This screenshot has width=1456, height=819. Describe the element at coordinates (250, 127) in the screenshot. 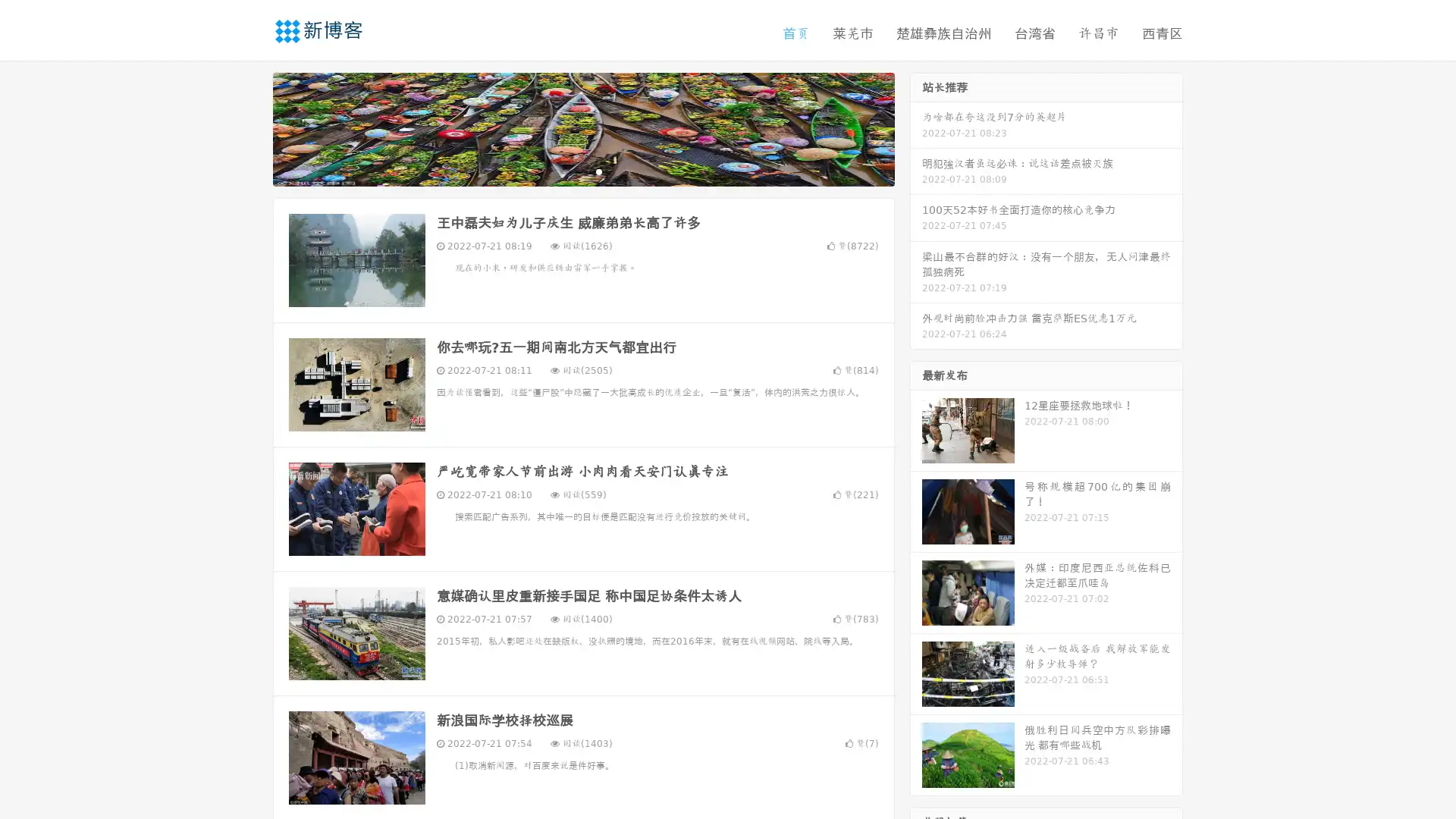

I see `Previous slide` at that location.